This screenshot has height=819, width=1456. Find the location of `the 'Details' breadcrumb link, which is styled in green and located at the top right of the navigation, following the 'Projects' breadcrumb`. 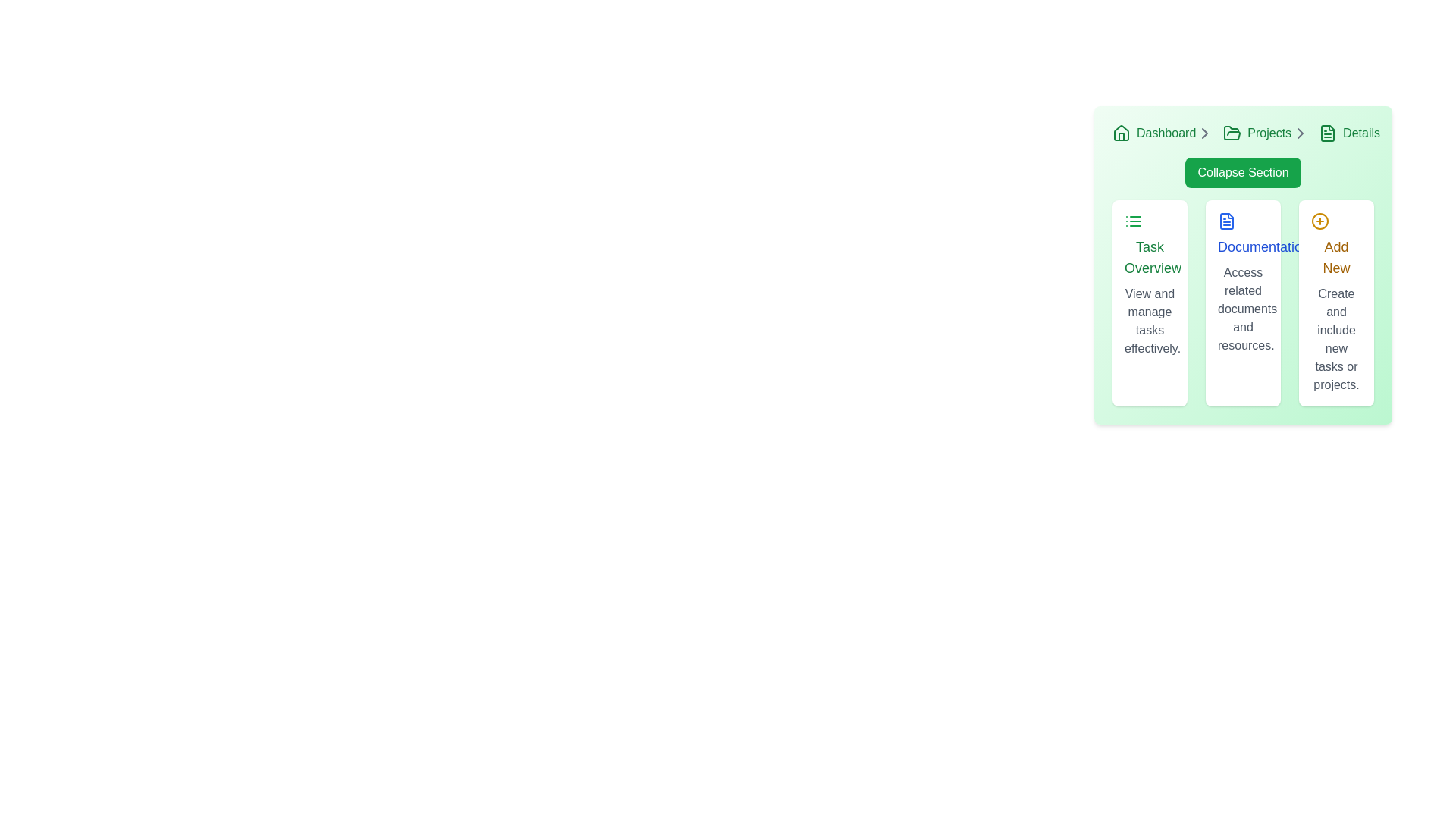

the 'Details' breadcrumb link, which is styled in green and located at the top right of the navigation, following the 'Projects' breadcrumb is located at coordinates (1349, 133).